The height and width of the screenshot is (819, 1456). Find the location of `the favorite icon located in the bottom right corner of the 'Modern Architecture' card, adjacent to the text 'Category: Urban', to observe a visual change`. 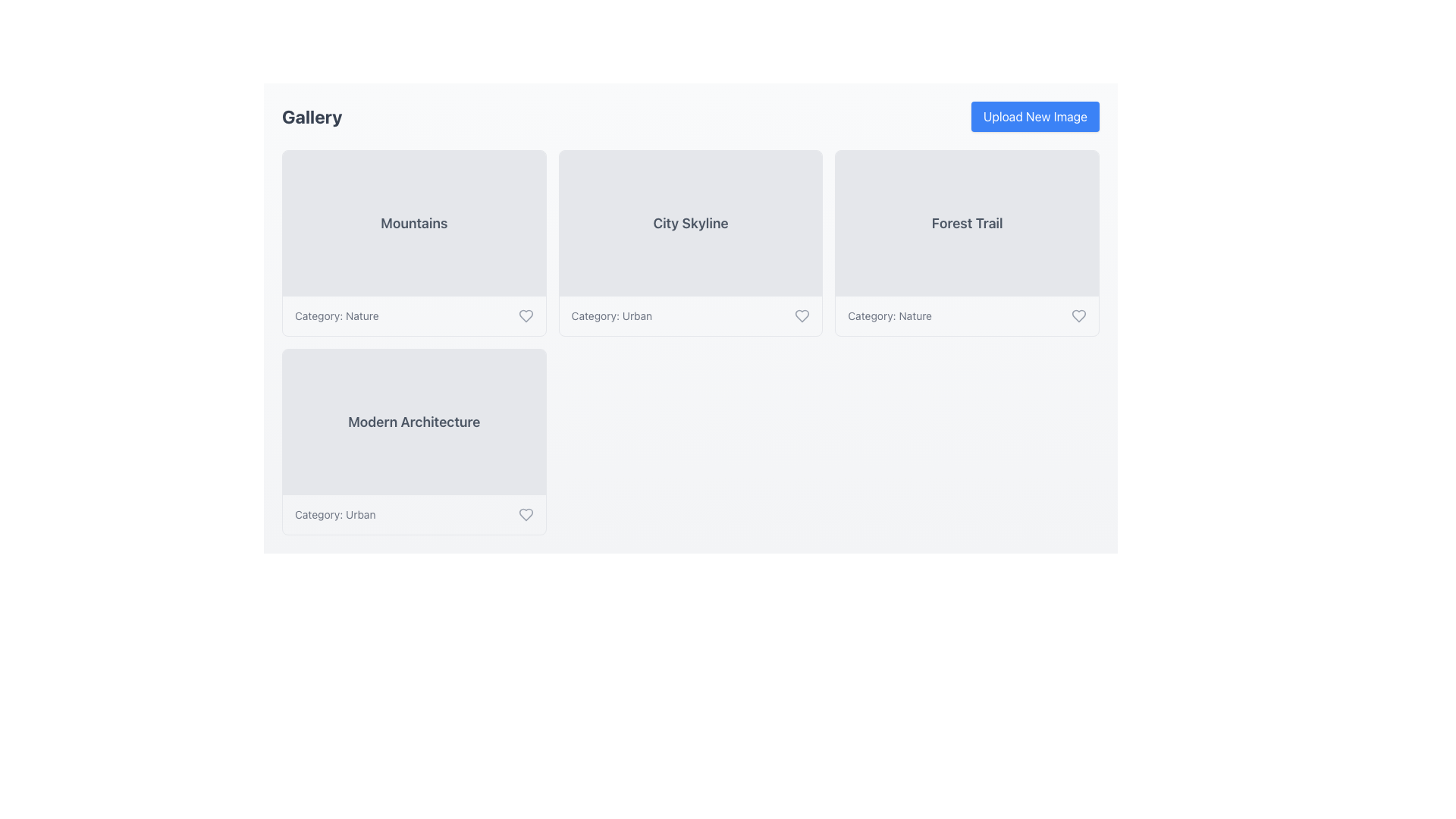

the favorite icon located in the bottom right corner of the 'Modern Architecture' card, adjacent to the text 'Category: Urban', to observe a visual change is located at coordinates (526, 513).